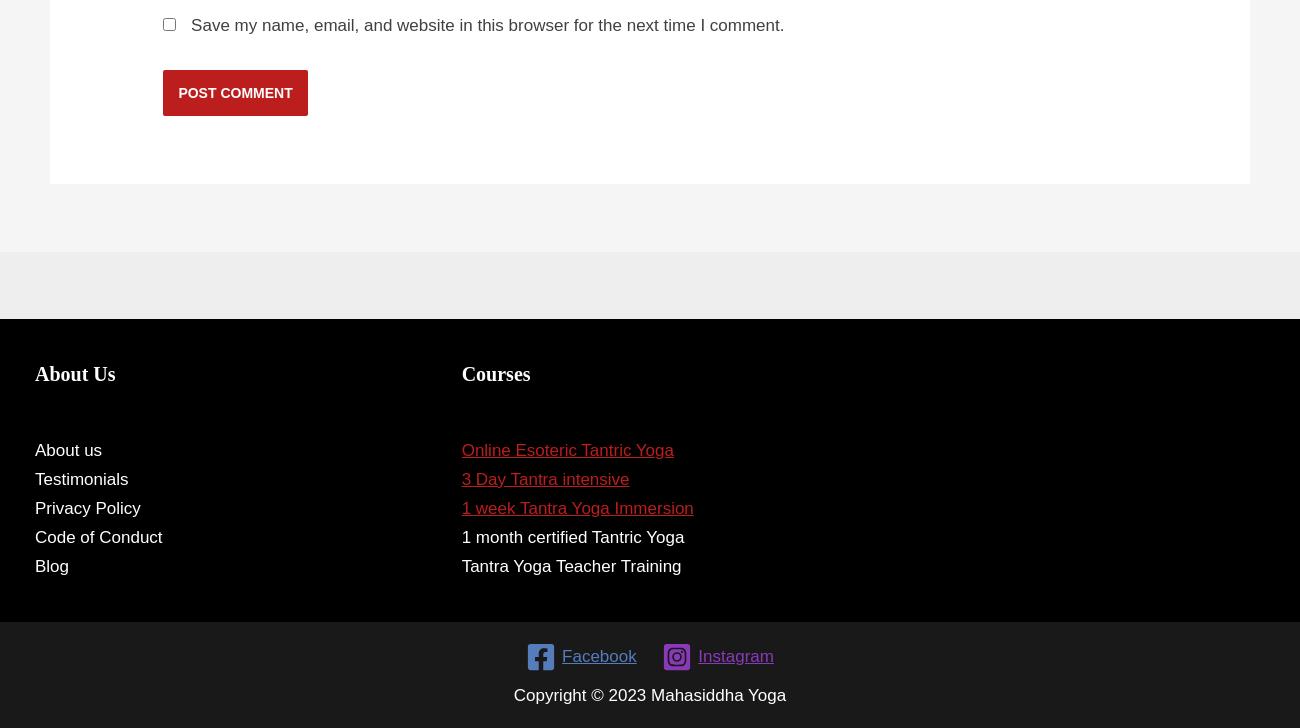 The width and height of the screenshot is (1300, 728). What do you see at coordinates (75, 372) in the screenshot?
I see `'About Us'` at bounding box center [75, 372].